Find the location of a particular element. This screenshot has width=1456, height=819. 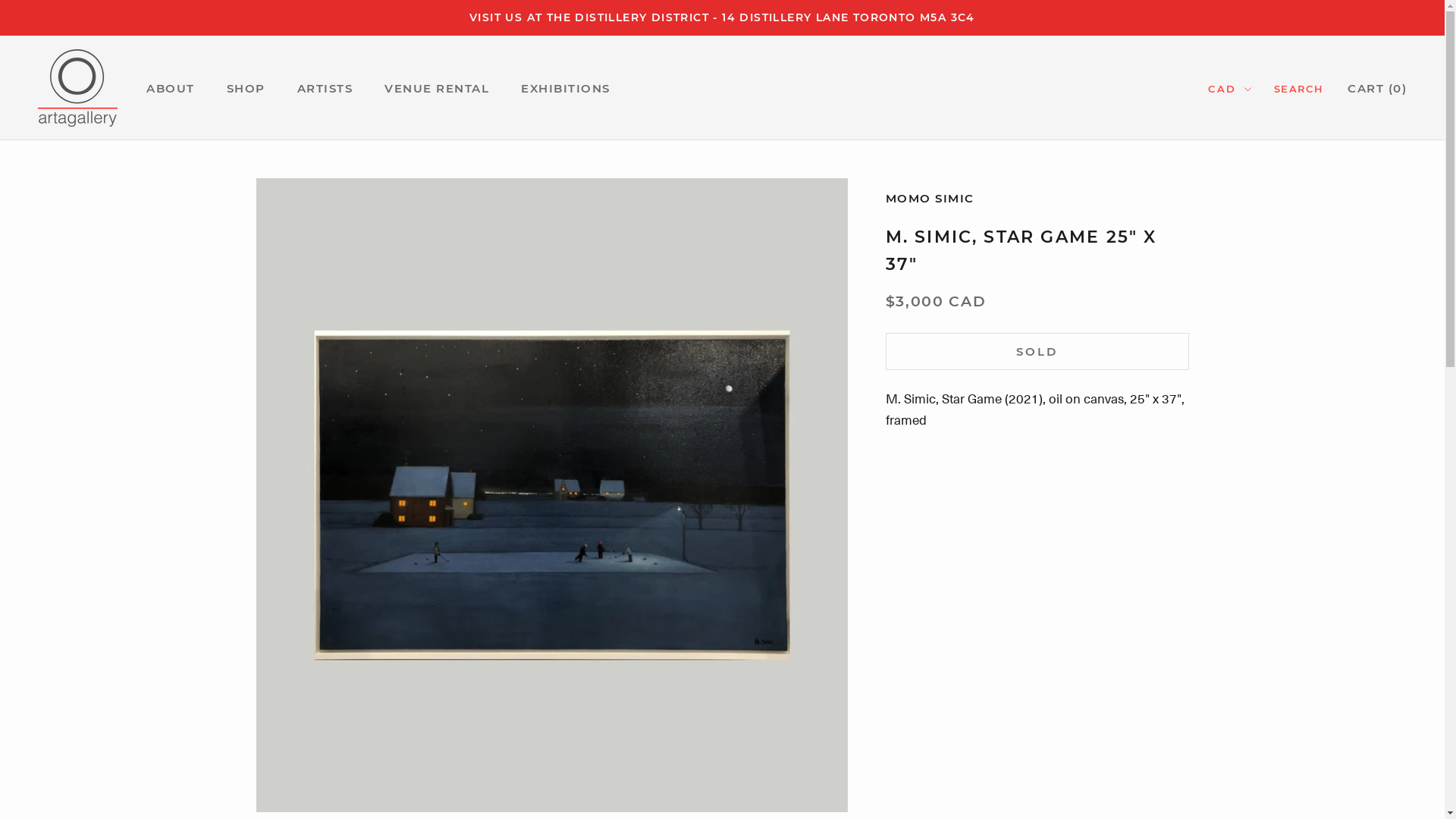

'SHOP is located at coordinates (245, 88).